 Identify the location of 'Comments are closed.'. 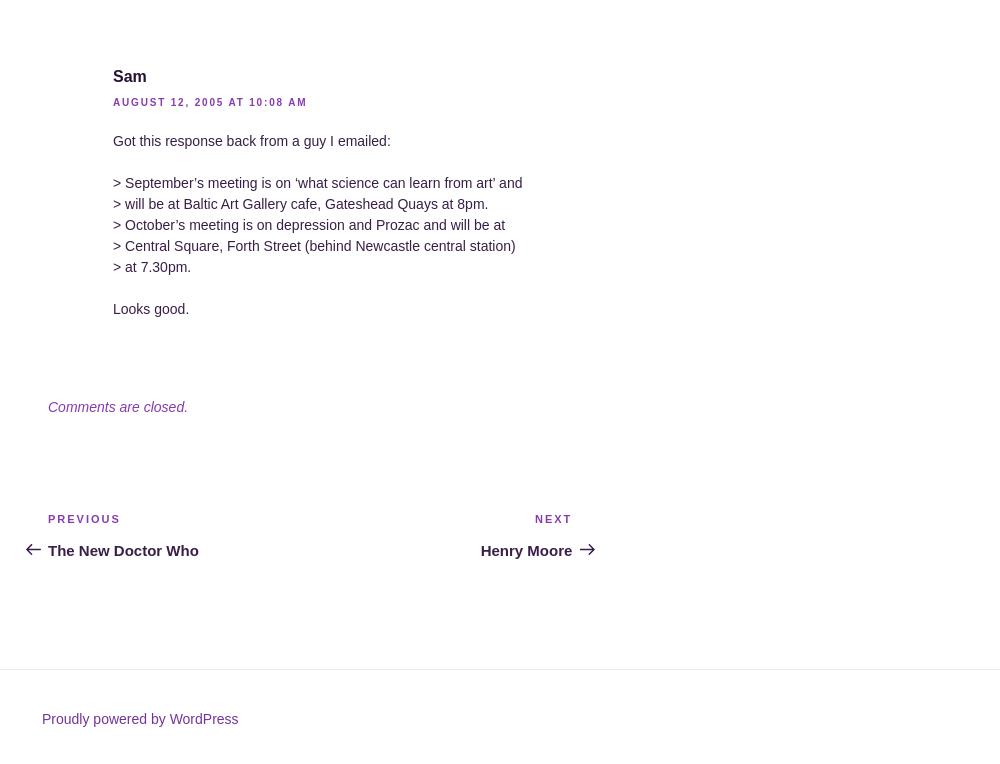
(117, 405).